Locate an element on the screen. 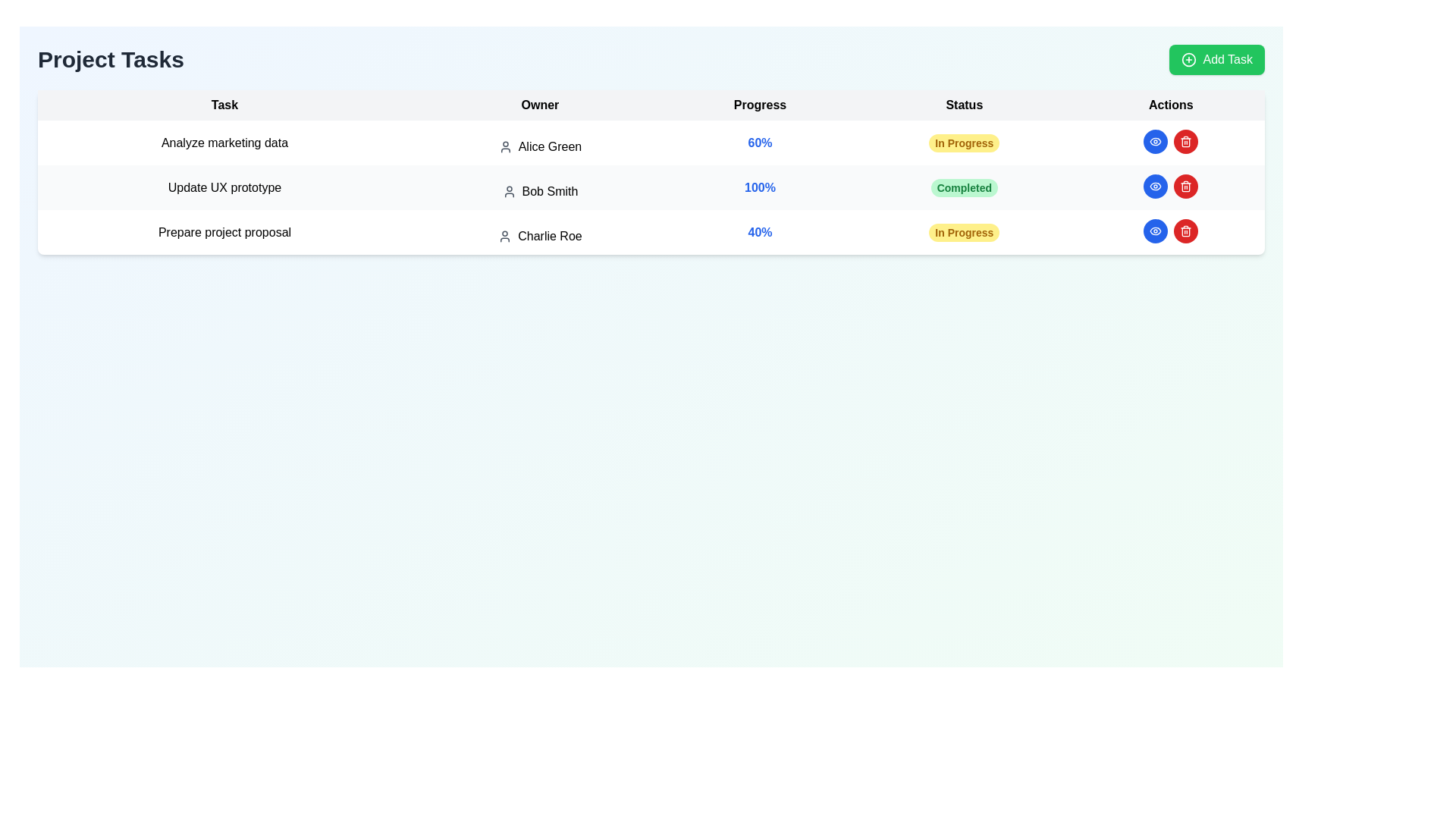  the 'Owner' header text label, which indicates the corresponding data in the rows below belongs to the 'Owner' category, positioned between the 'Task' and 'Progress' headers is located at coordinates (540, 104).